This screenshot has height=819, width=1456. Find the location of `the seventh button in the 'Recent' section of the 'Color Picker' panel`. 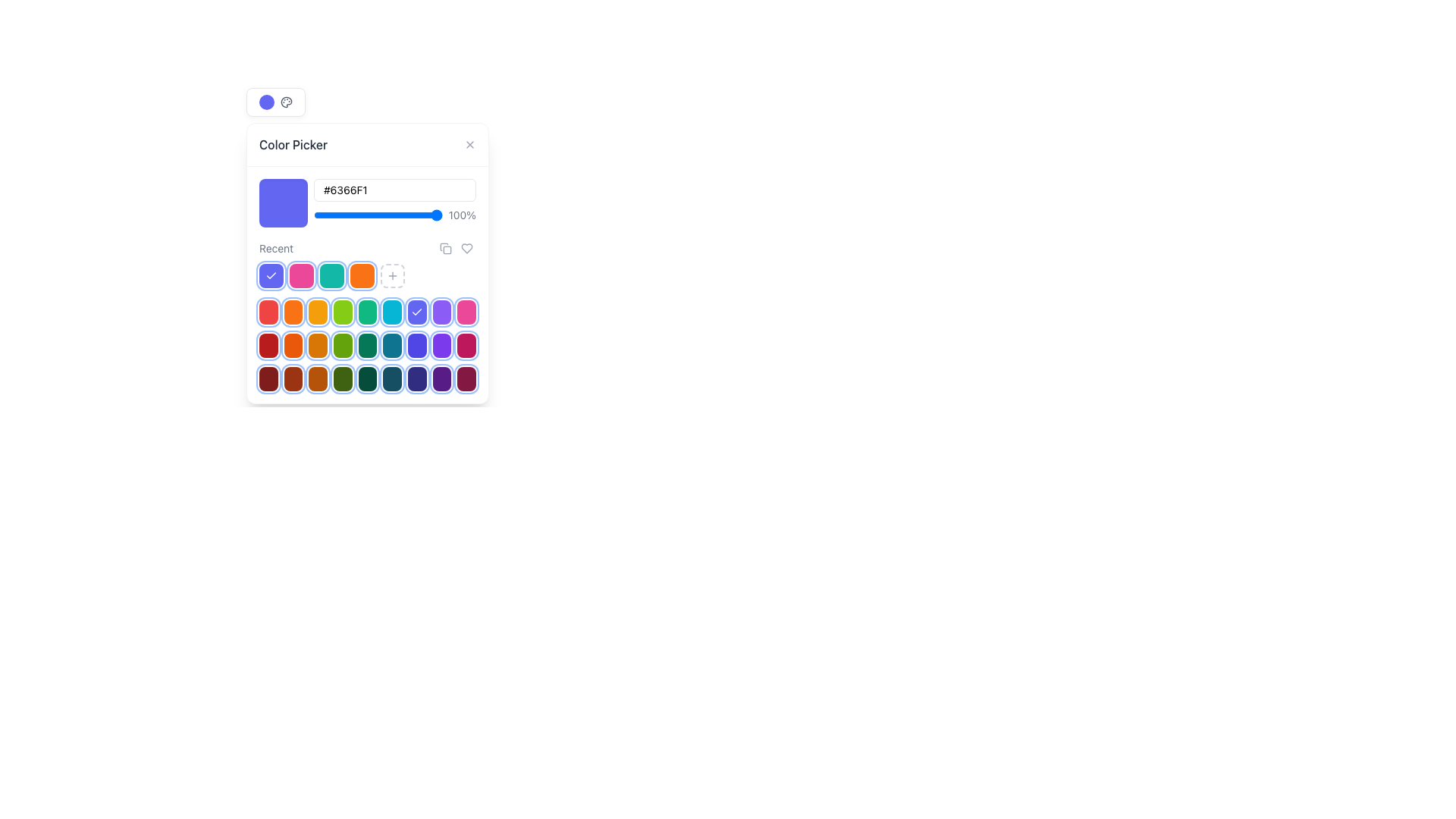

the seventh button in the 'Recent' section of the 'Color Picker' panel is located at coordinates (417, 378).